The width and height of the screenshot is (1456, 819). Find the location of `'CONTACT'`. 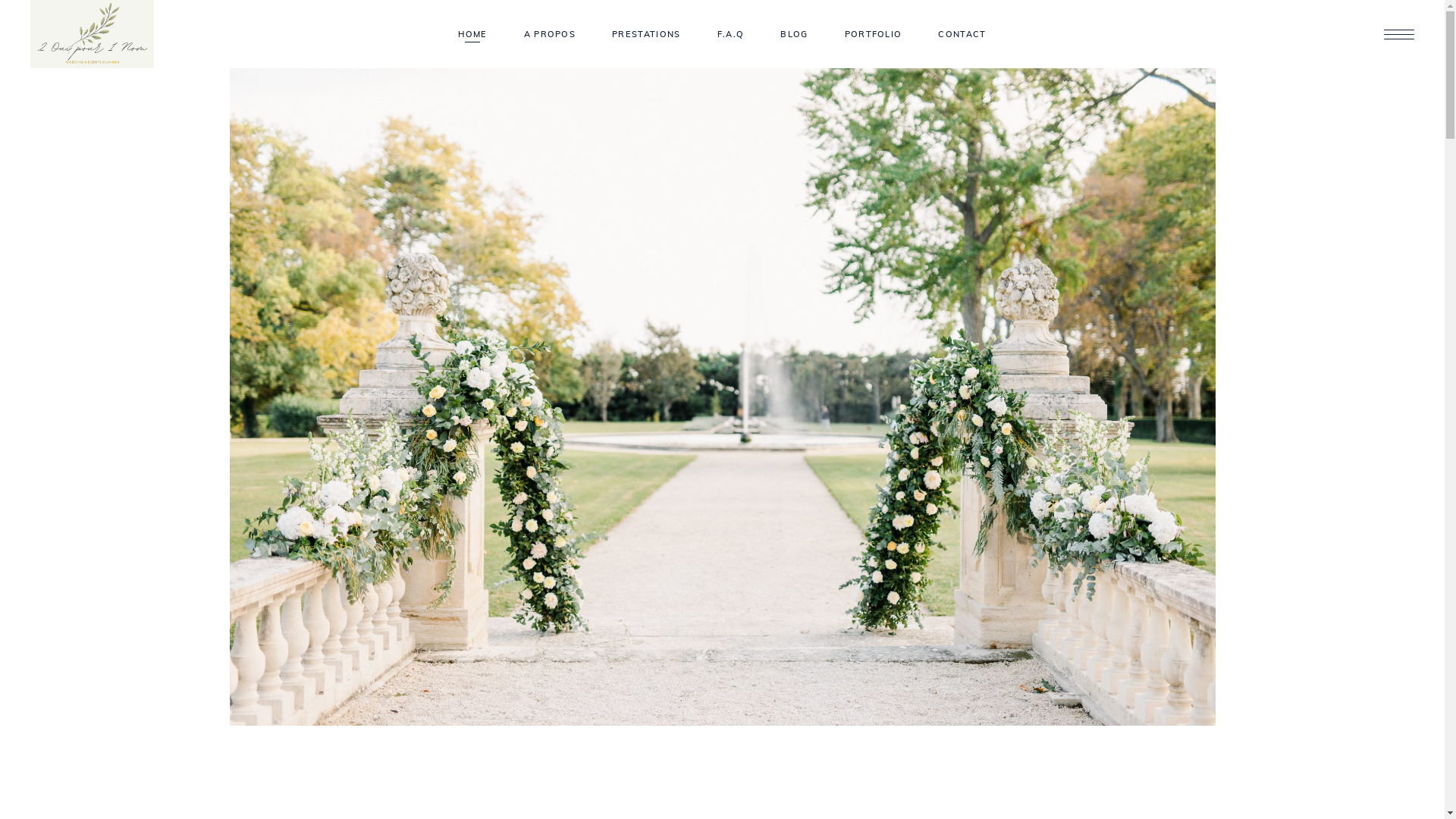

'CONTACT' is located at coordinates (961, 34).